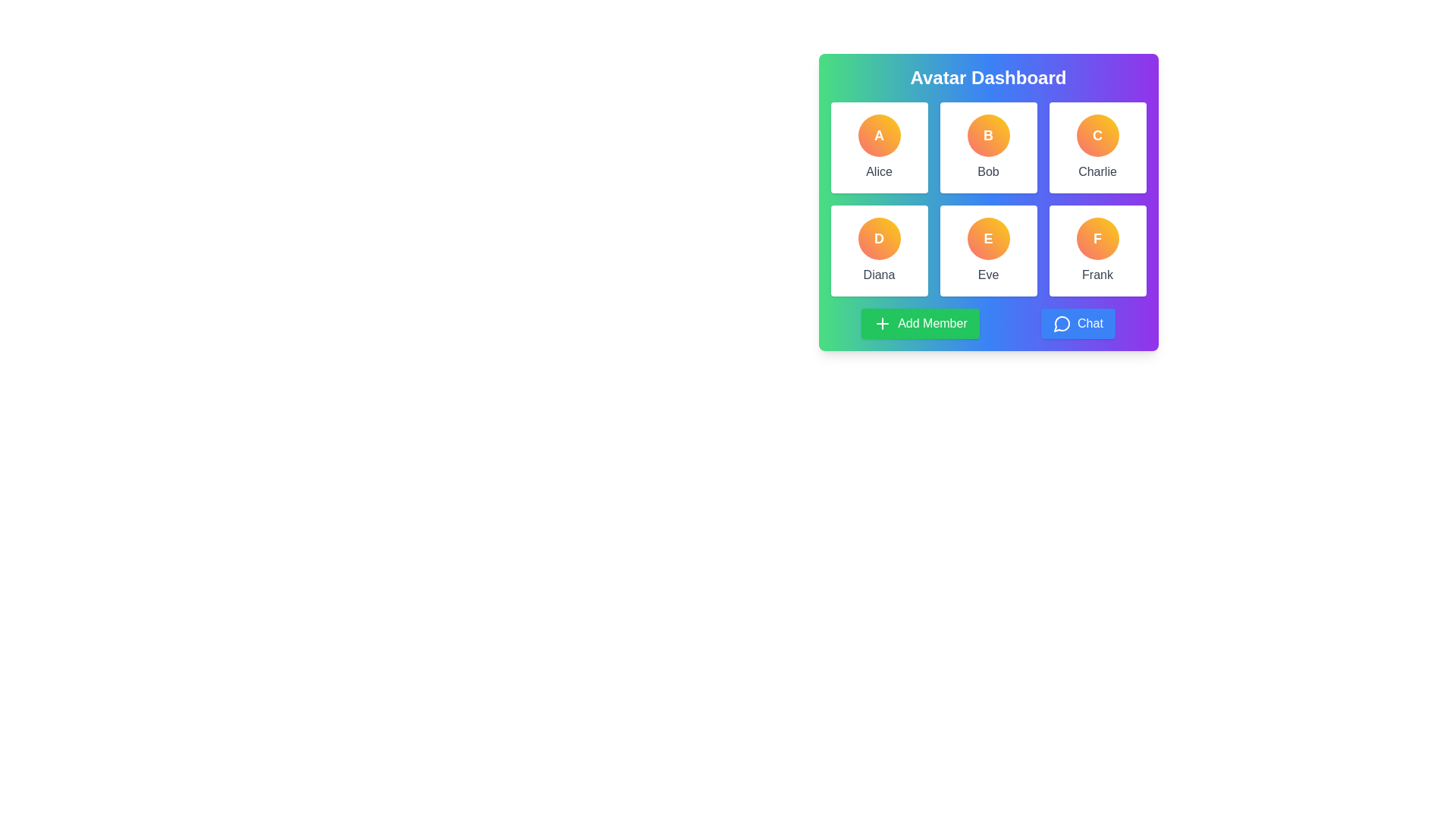 The width and height of the screenshot is (1456, 819). I want to click on the text label associated with the card titled 'F', located in the bottom section of the card in the rightmost column of the second row within a grid layout, so click(1097, 275).